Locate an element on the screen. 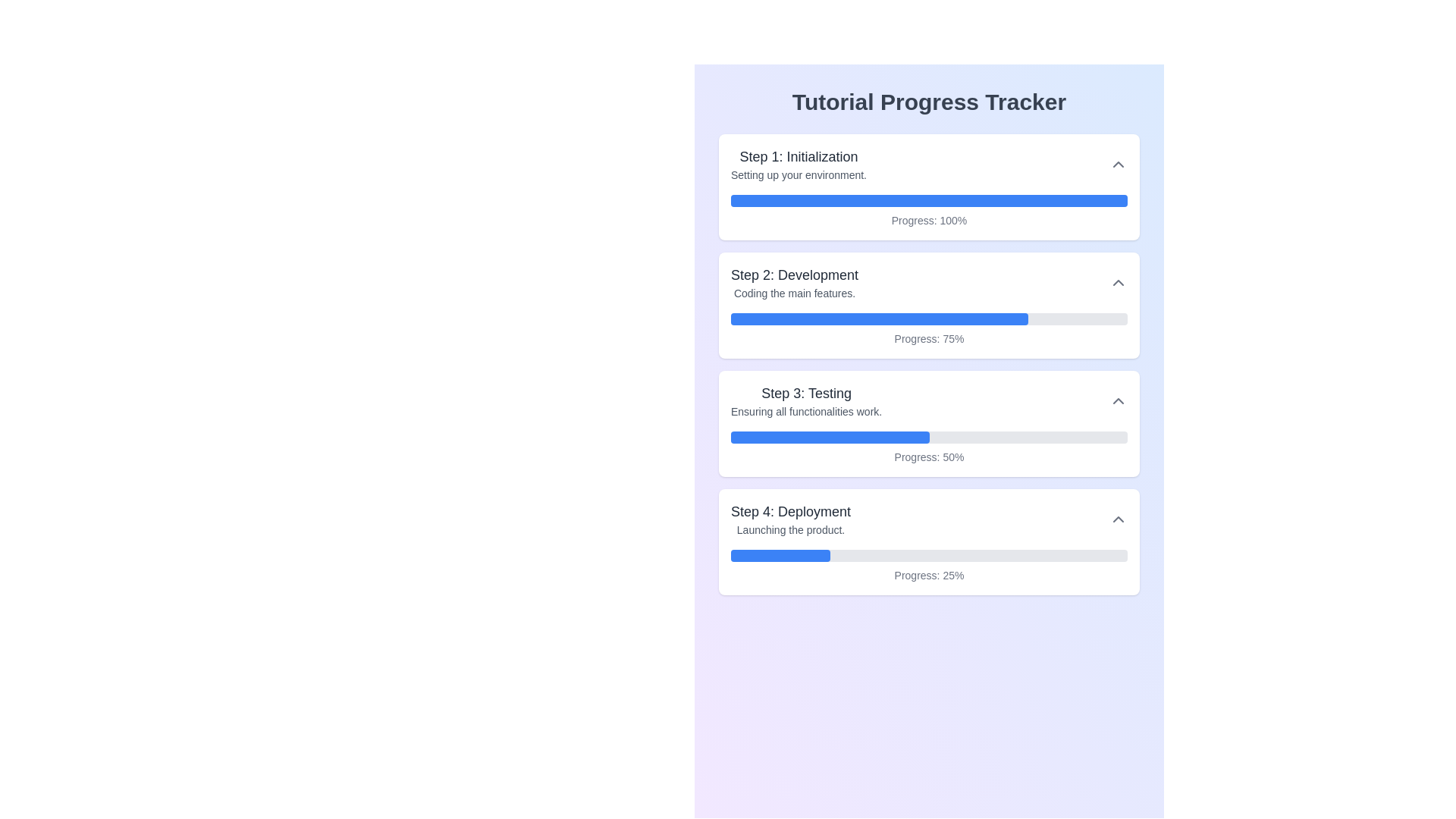 The image size is (1456, 819). the text label indicating the deployment phase of the tutorial progress tracker, located in the fourth section of the layout is located at coordinates (790, 512).